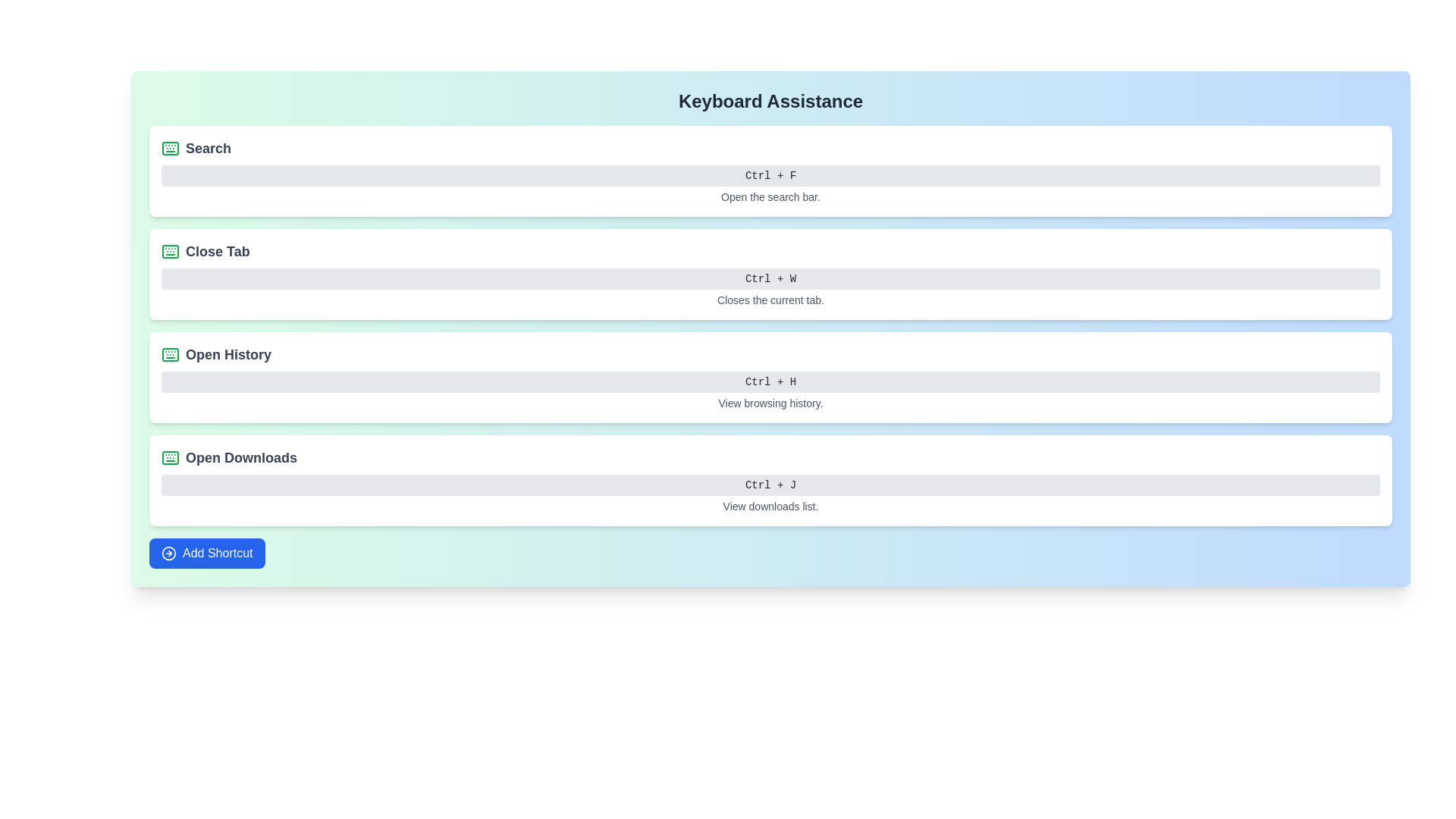  Describe the element at coordinates (770, 403) in the screenshot. I see `the informational text label that describes the action associated with 'Open History', located in the Keyboard Assistance section, specifically in the third row from the top` at that location.